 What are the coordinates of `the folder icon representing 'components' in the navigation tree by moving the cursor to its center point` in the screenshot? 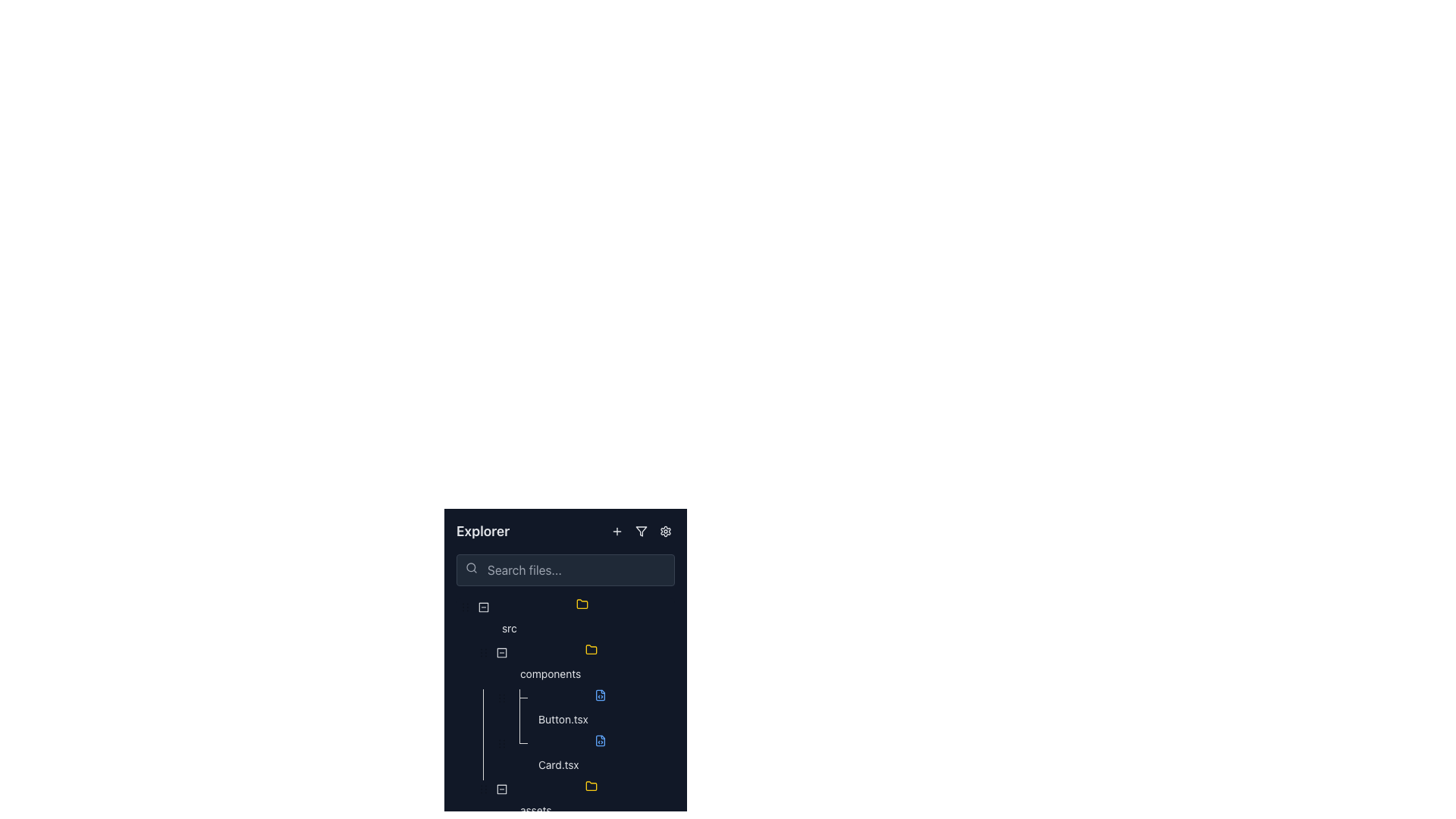 It's located at (593, 651).